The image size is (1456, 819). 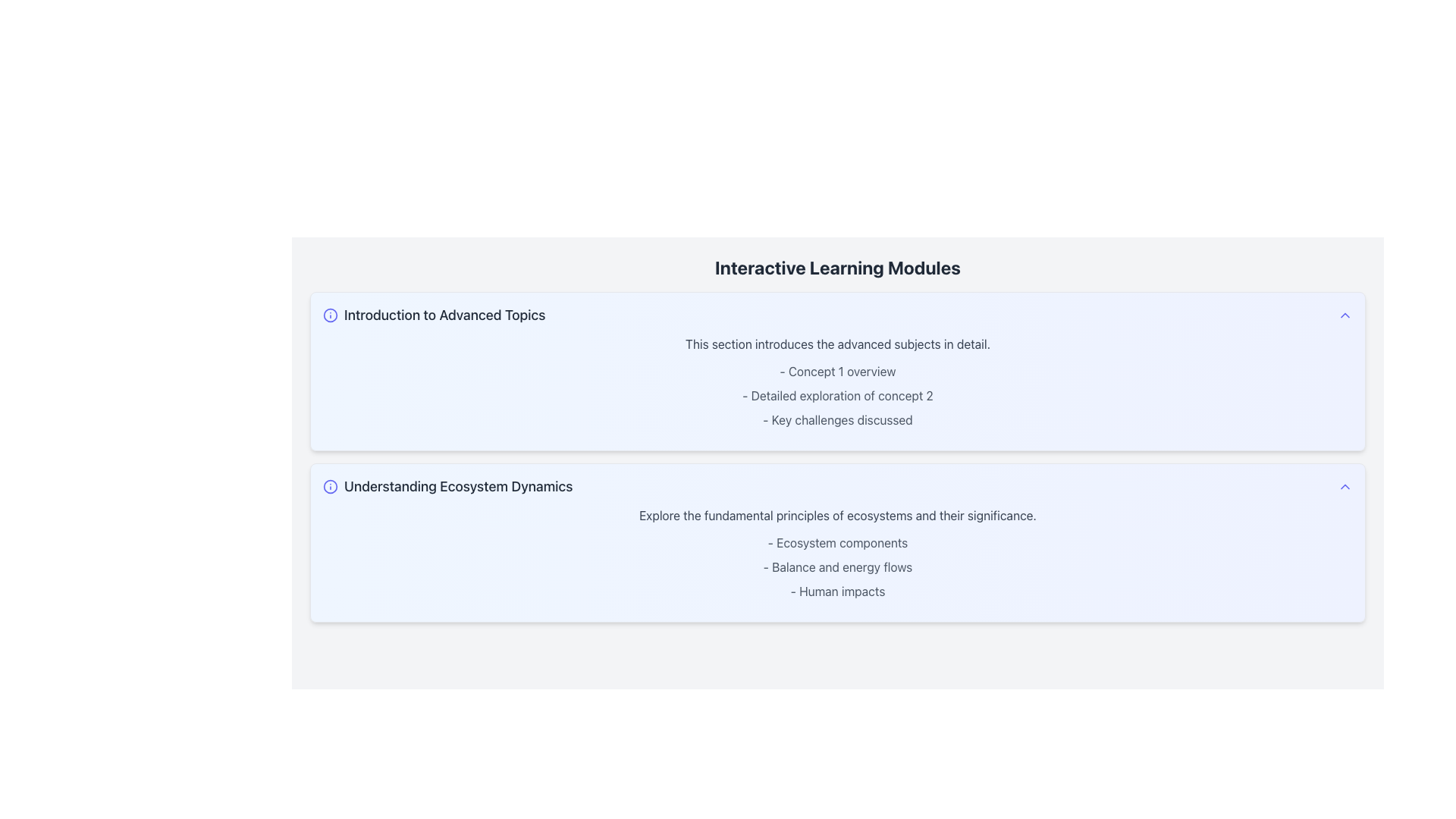 What do you see at coordinates (836, 344) in the screenshot?
I see `the text element that reads 'This section introduces the advanced subjects in detail.', which serves as a descriptive header for the section on 'Introduction to Advanced Topics'` at bounding box center [836, 344].